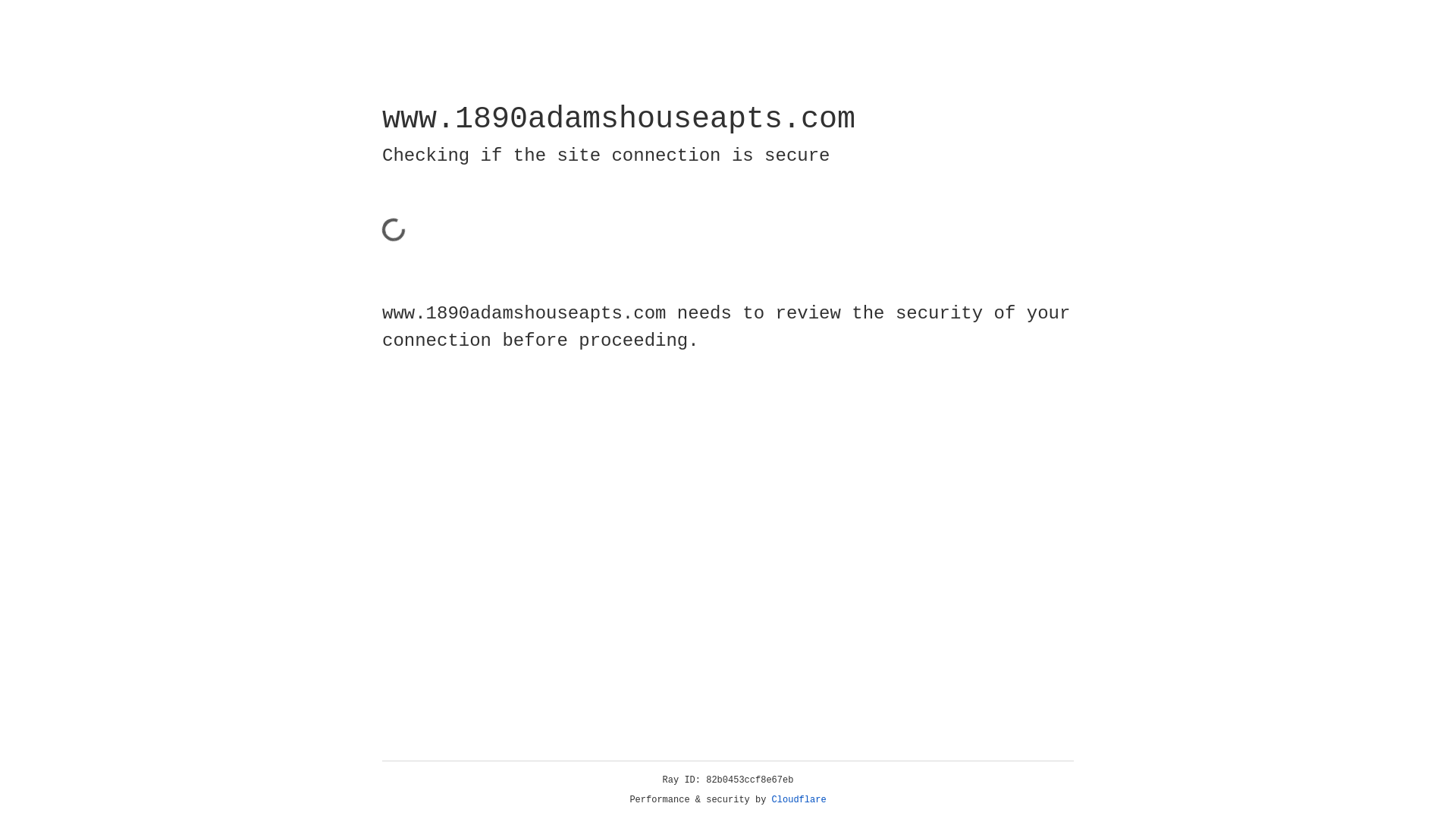  Describe the element at coordinates (799, 799) in the screenshot. I see `'Cloudflare'` at that location.